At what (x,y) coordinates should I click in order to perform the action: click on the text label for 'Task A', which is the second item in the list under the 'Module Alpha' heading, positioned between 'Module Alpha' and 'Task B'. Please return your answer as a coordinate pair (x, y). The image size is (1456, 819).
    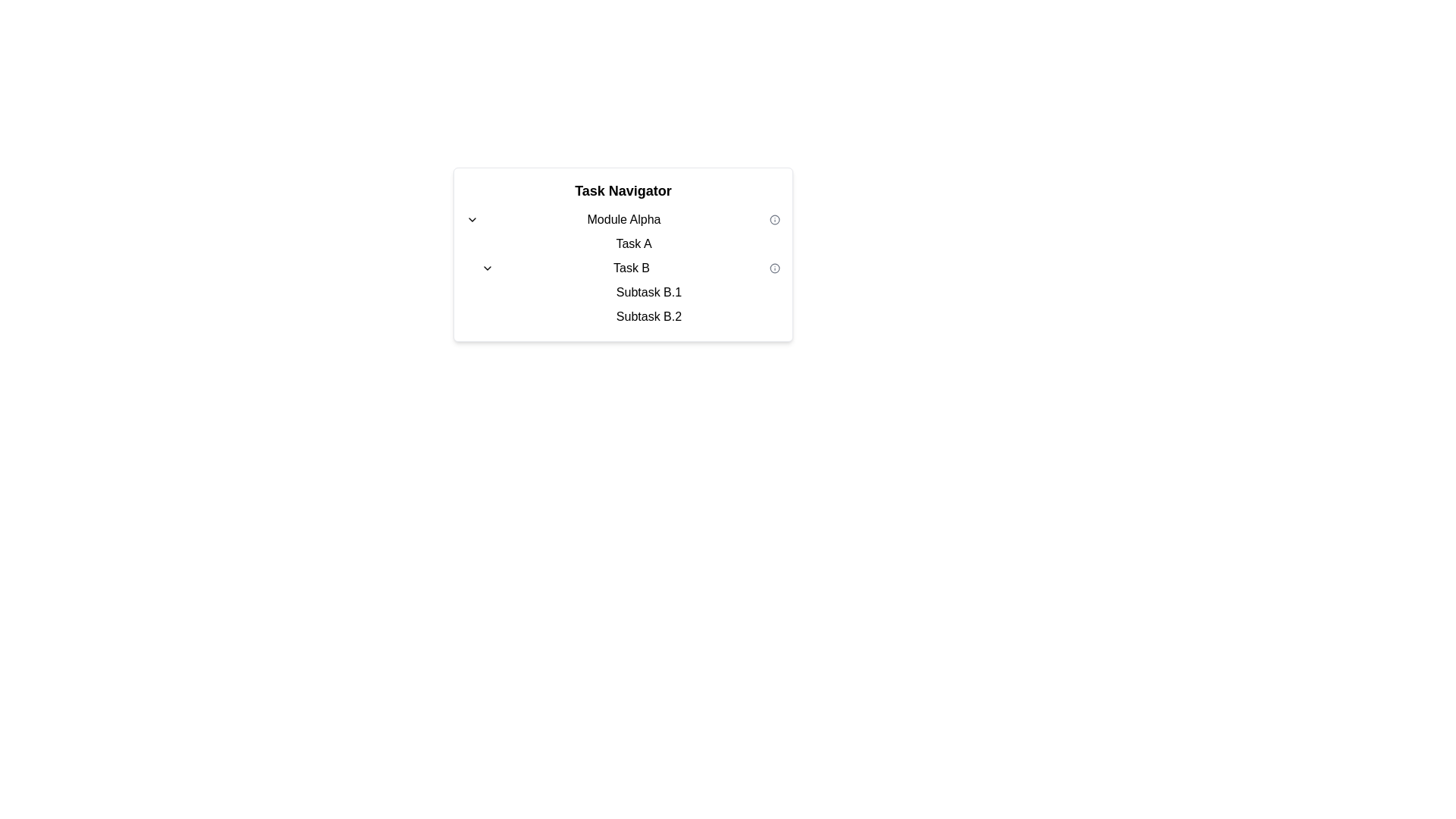
    Looking at the image, I should click on (630, 243).